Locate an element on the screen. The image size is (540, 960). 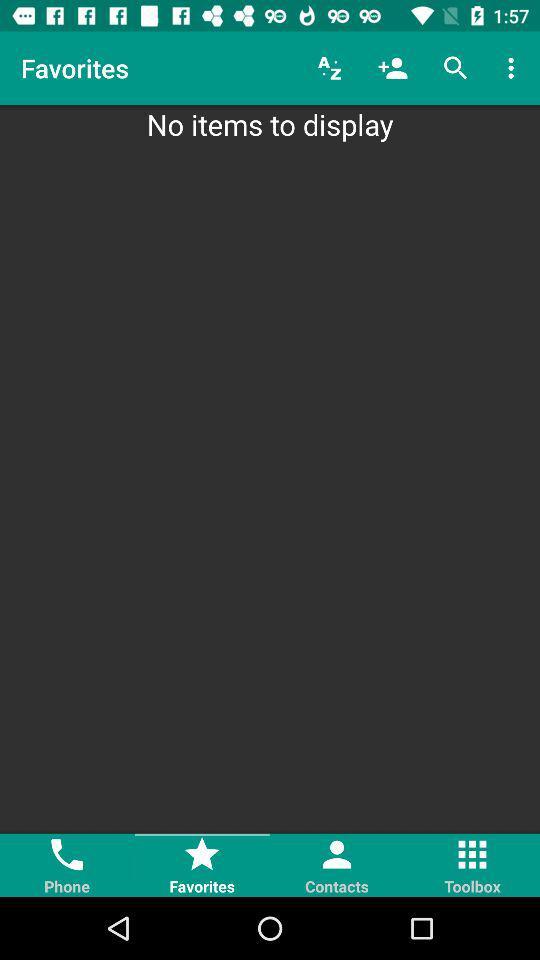
item above no items to icon is located at coordinates (513, 68).